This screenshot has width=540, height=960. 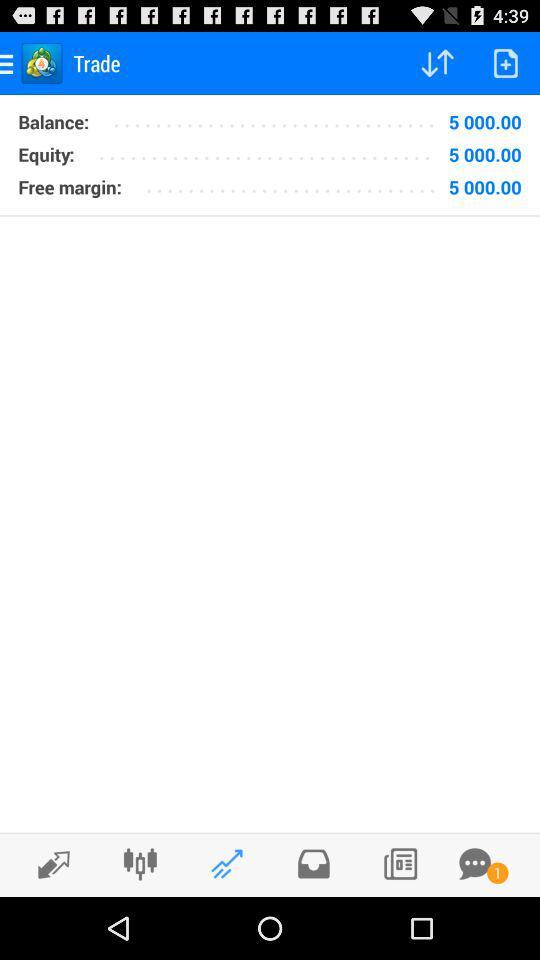 What do you see at coordinates (226, 863) in the screenshot?
I see `check line graph chart` at bounding box center [226, 863].